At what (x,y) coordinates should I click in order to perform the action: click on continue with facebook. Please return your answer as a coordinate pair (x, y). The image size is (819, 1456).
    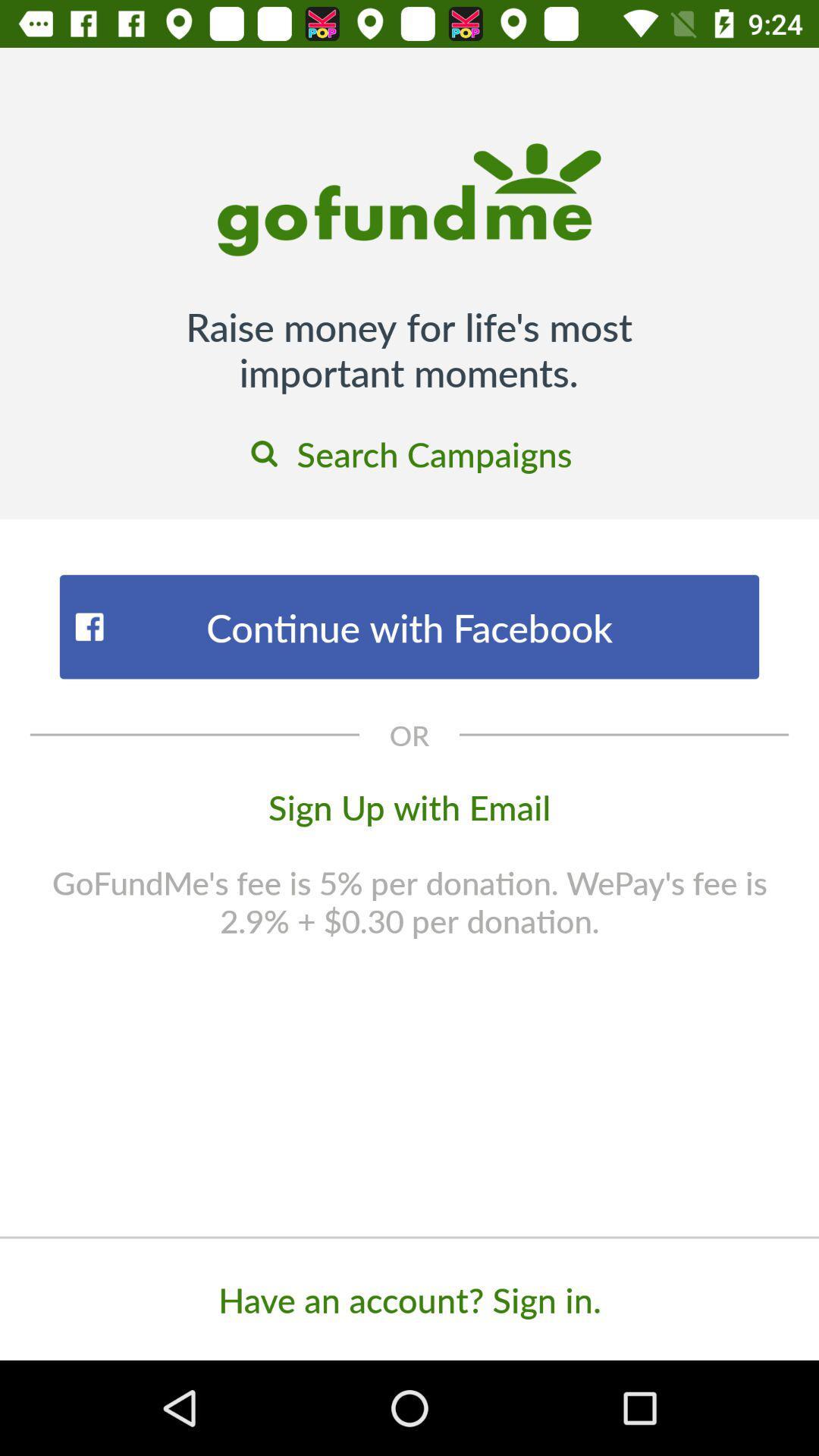
    Looking at the image, I should click on (409, 626).